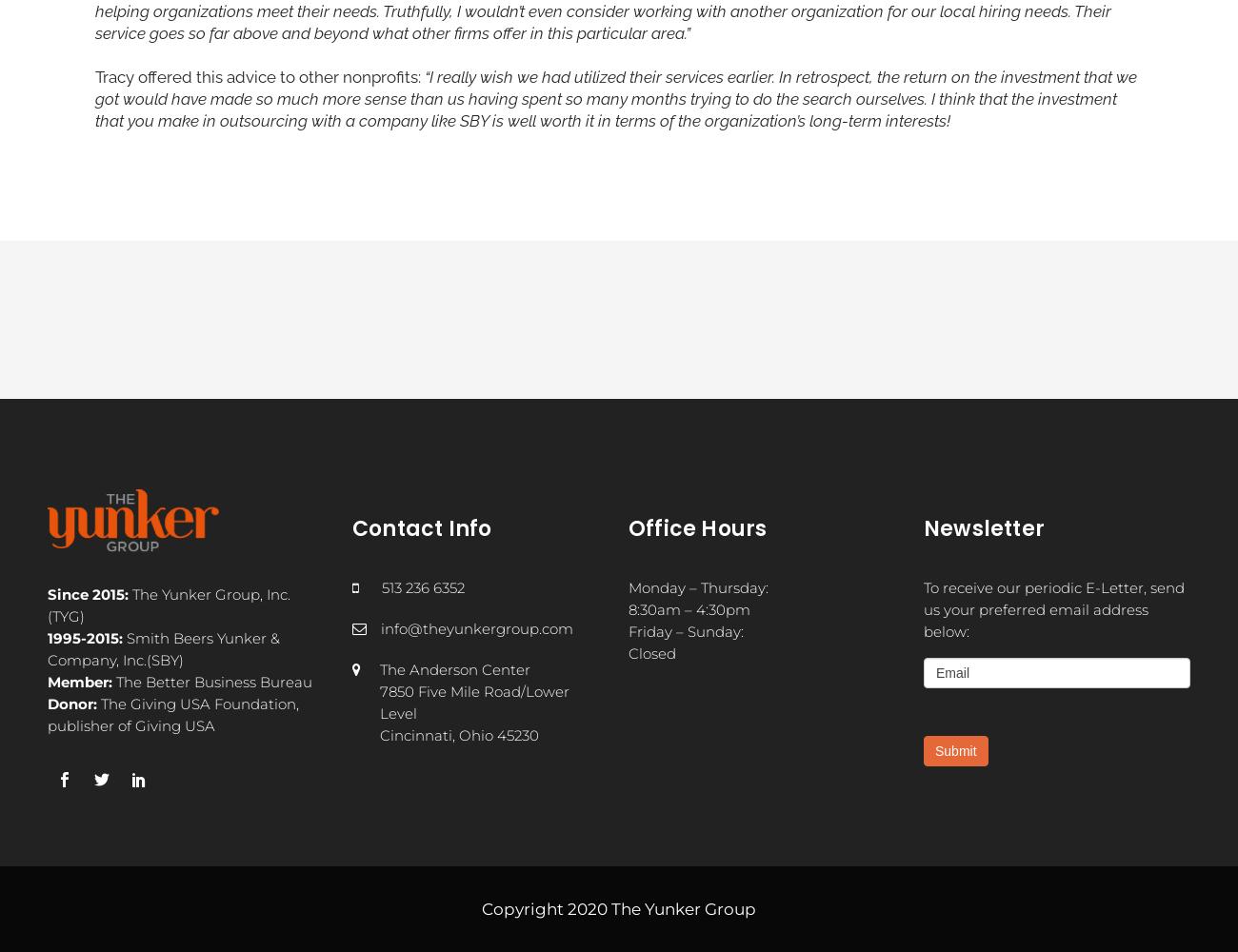 The width and height of the screenshot is (1238, 952). What do you see at coordinates (628, 585) in the screenshot?
I see `'Monday – Thursday:'` at bounding box center [628, 585].